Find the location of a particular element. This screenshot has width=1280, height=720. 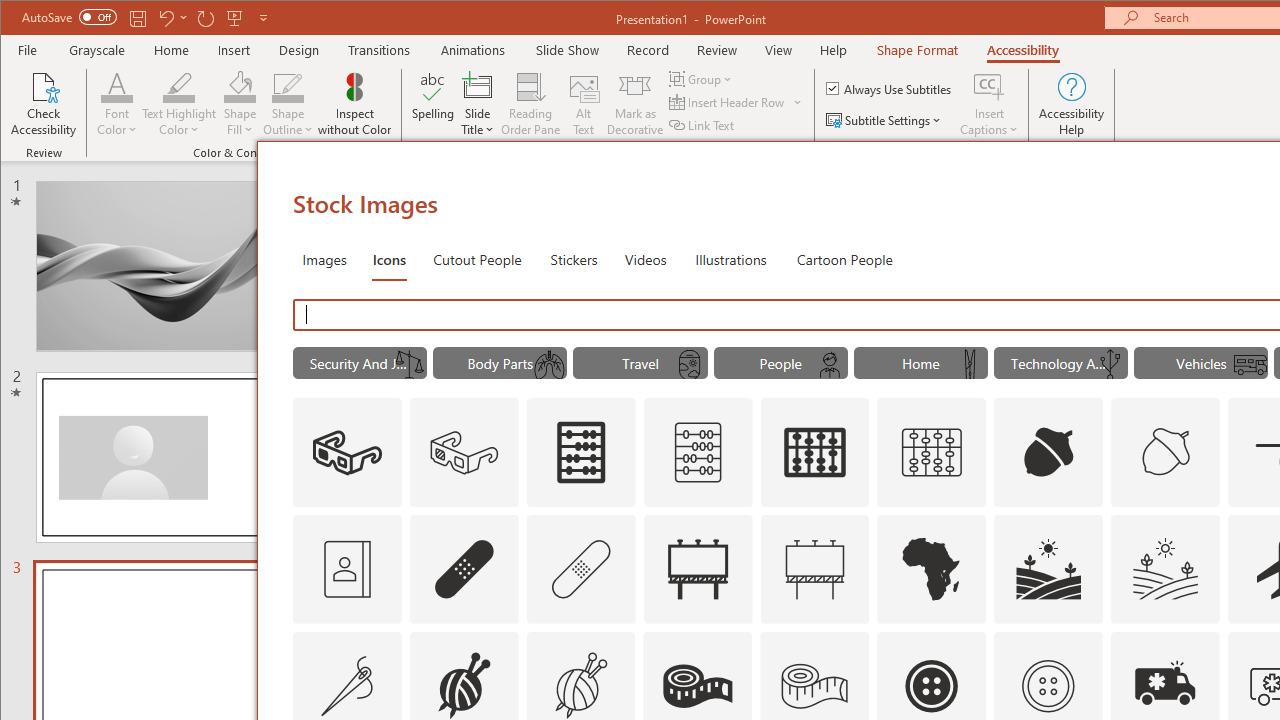

'Spelling...' is located at coordinates (432, 104).